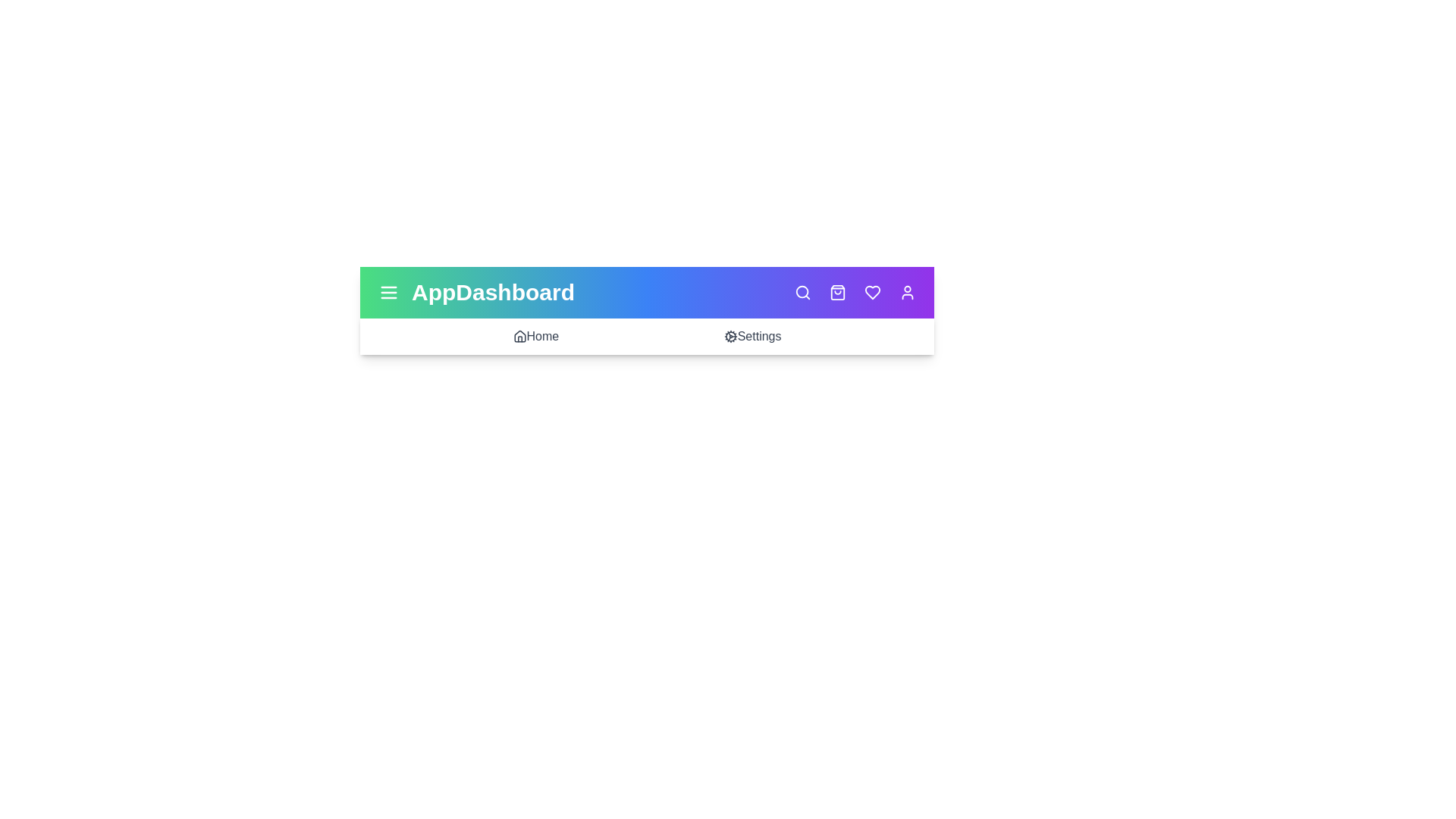  Describe the element at coordinates (873, 292) in the screenshot. I see `the heart icon to open the favorites section` at that location.